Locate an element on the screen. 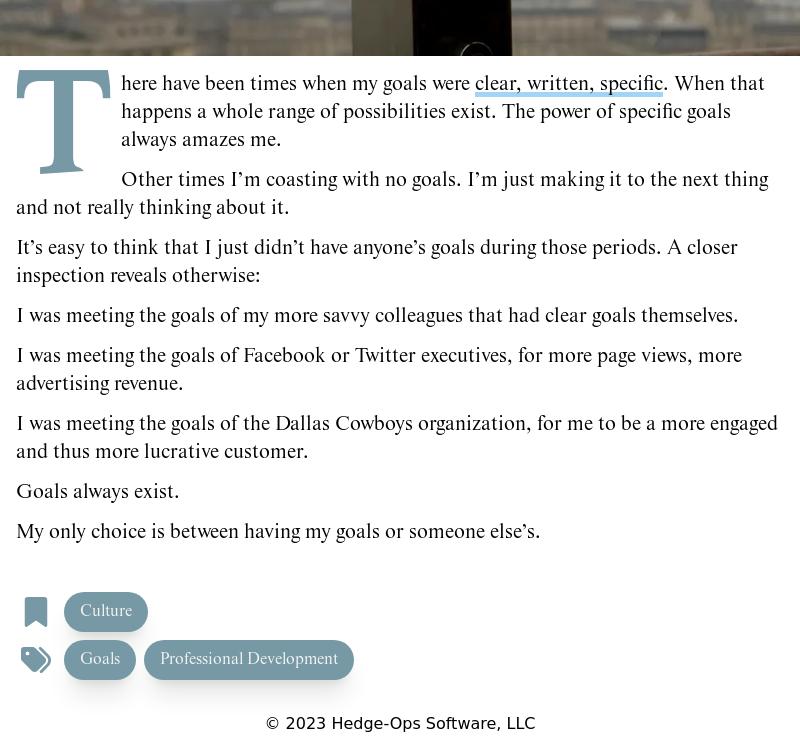 The width and height of the screenshot is (800, 736). 'I was meeting the goals of Facebook or Twitter executives, for more page views, more advertising revenue.' is located at coordinates (378, 368).